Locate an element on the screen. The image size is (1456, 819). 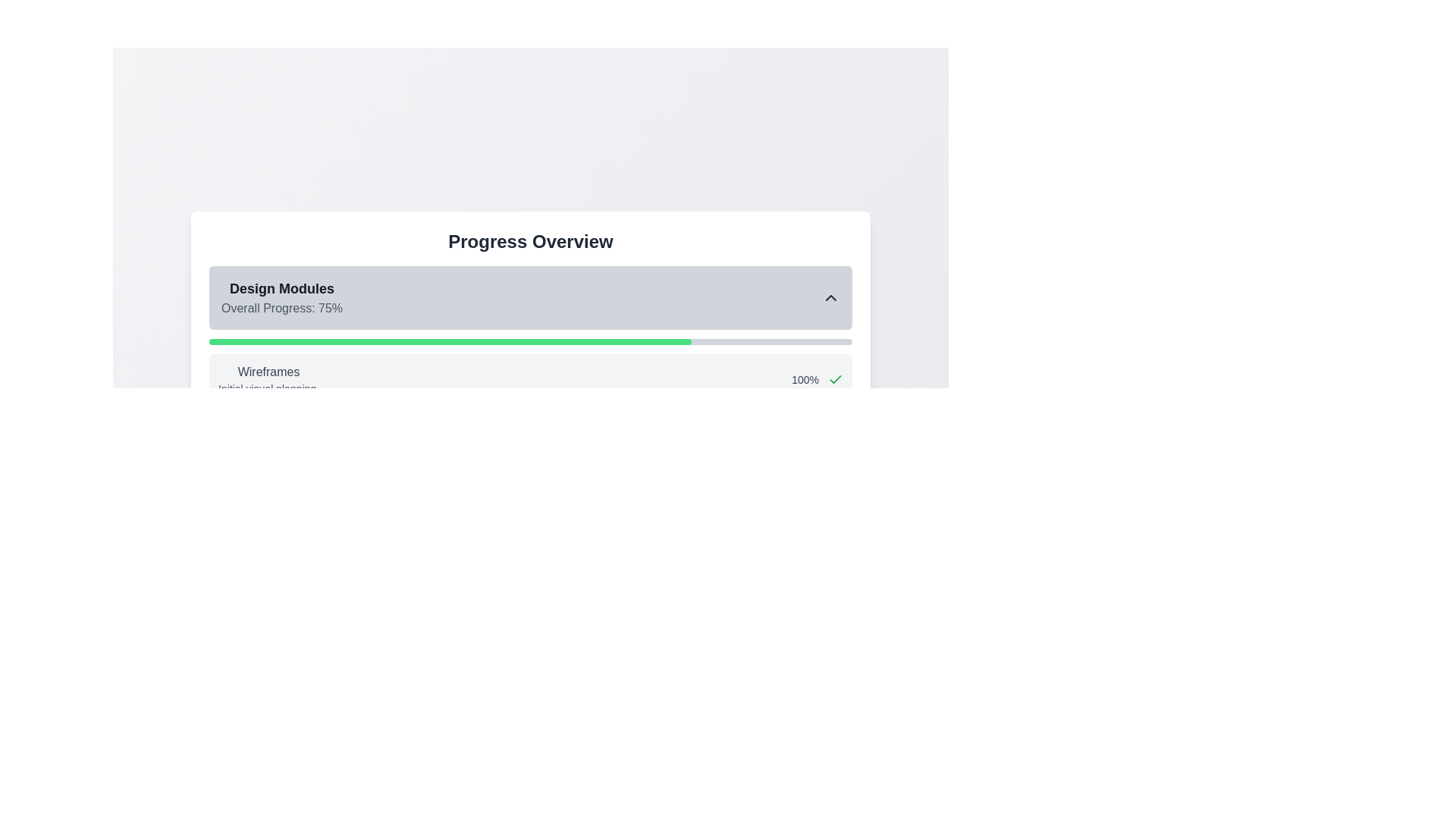
the Progress Indicator, a horizontal gray bar with a green-filled portion, located under 'Overall Progress: 75%' in the 'Progress Overview' section is located at coordinates (531, 342).